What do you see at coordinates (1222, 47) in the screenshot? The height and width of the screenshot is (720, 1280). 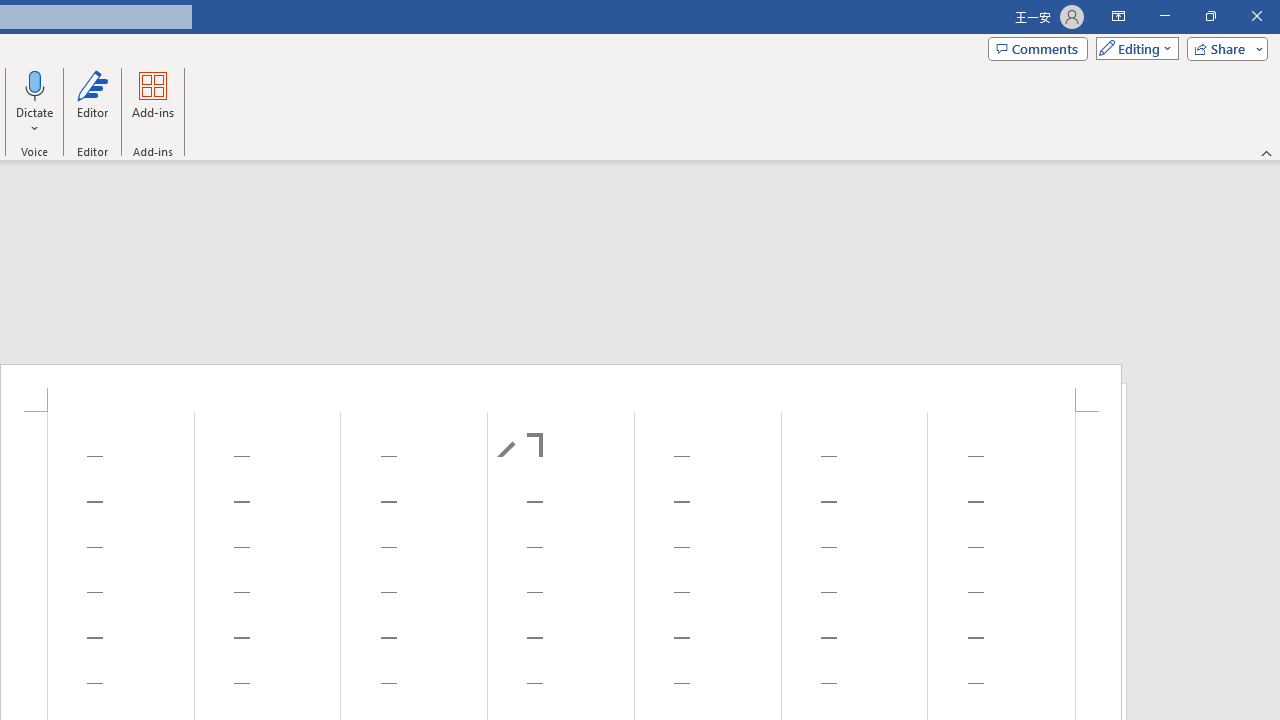 I see `'Share'` at bounding box center [1222, 47].